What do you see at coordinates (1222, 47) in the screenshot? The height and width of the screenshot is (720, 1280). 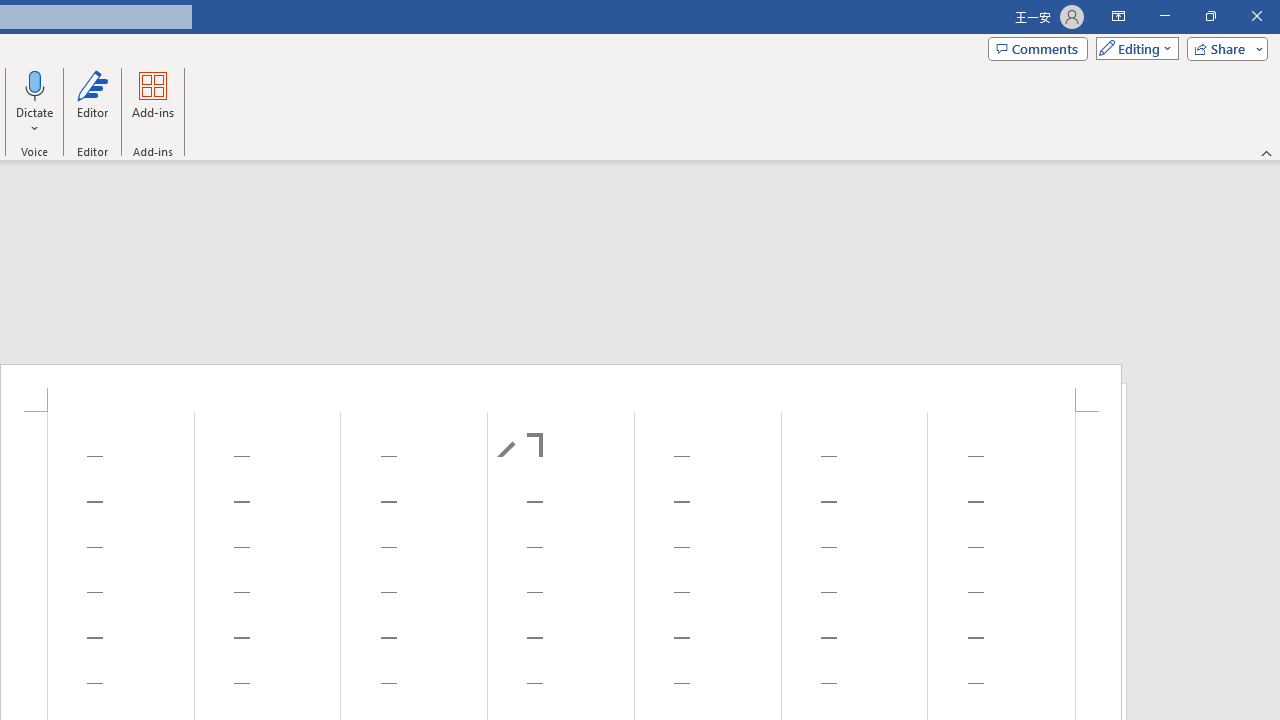 I see `'Share'` at bounding box center [1222, 47].